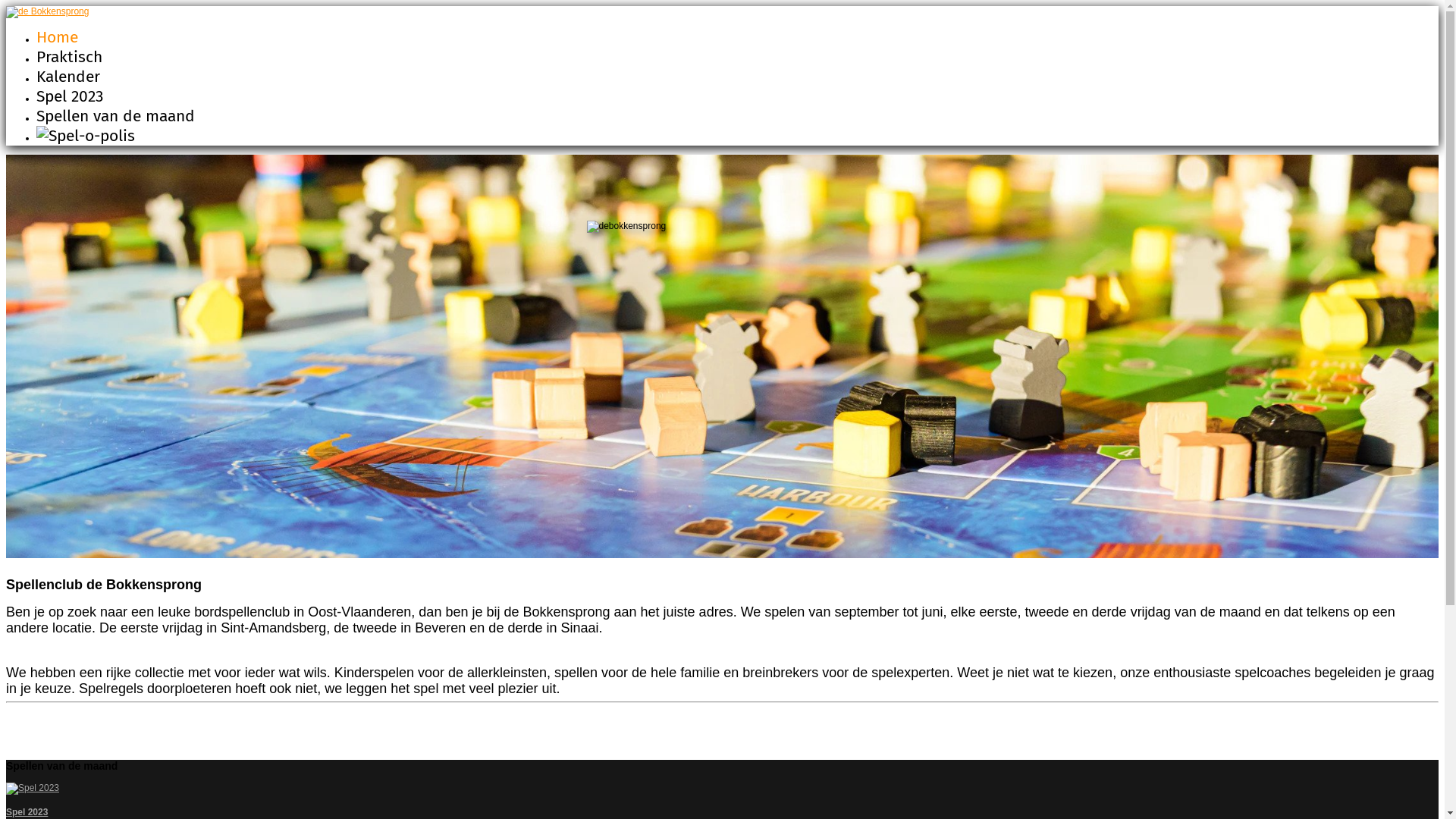 This screenshot has width=1456, height=819. Describe the element at coordinates (68, 55) in the screenshot. I see `'Praktisch'` at that location.